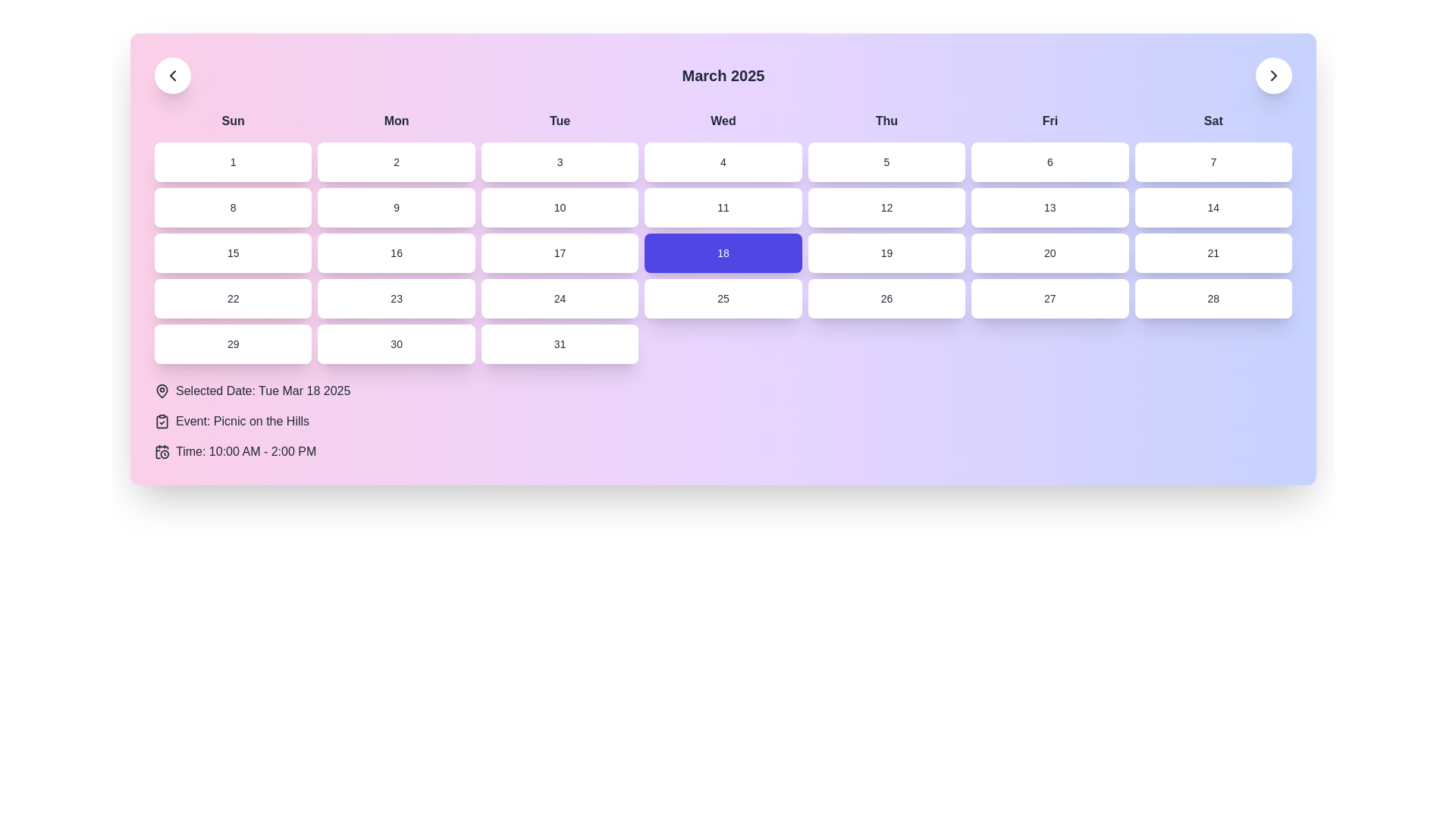 This screenshot has height=819, width=1456. Describe the element at coordinates (162, 451) in the screenshot. I see `the icon representing the event's time schedule, located near the bottom of the calendar interface, to the left of the event time text` at that location.